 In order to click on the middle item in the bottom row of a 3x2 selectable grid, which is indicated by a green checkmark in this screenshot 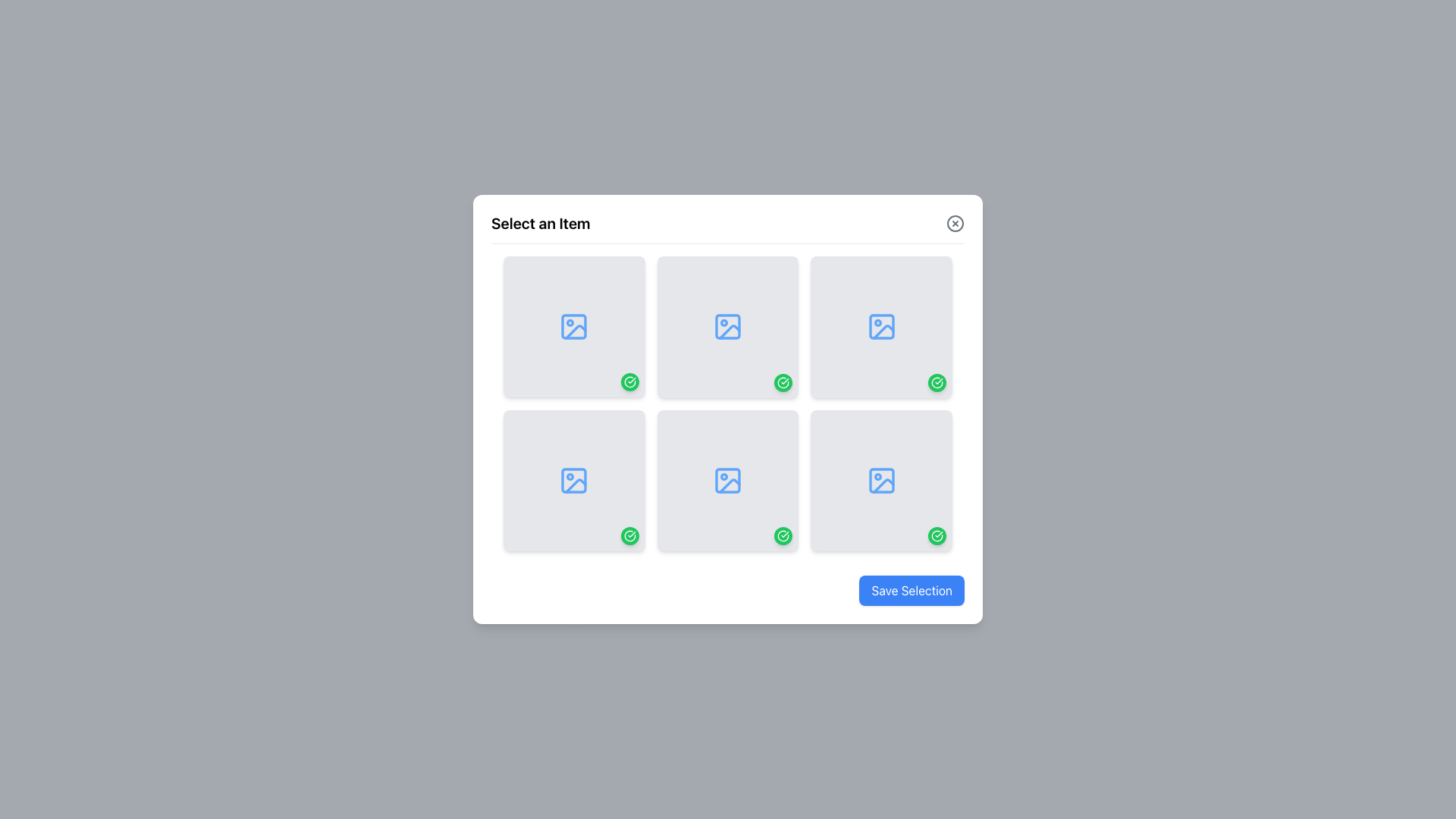, I will do `click(728, 480)`.